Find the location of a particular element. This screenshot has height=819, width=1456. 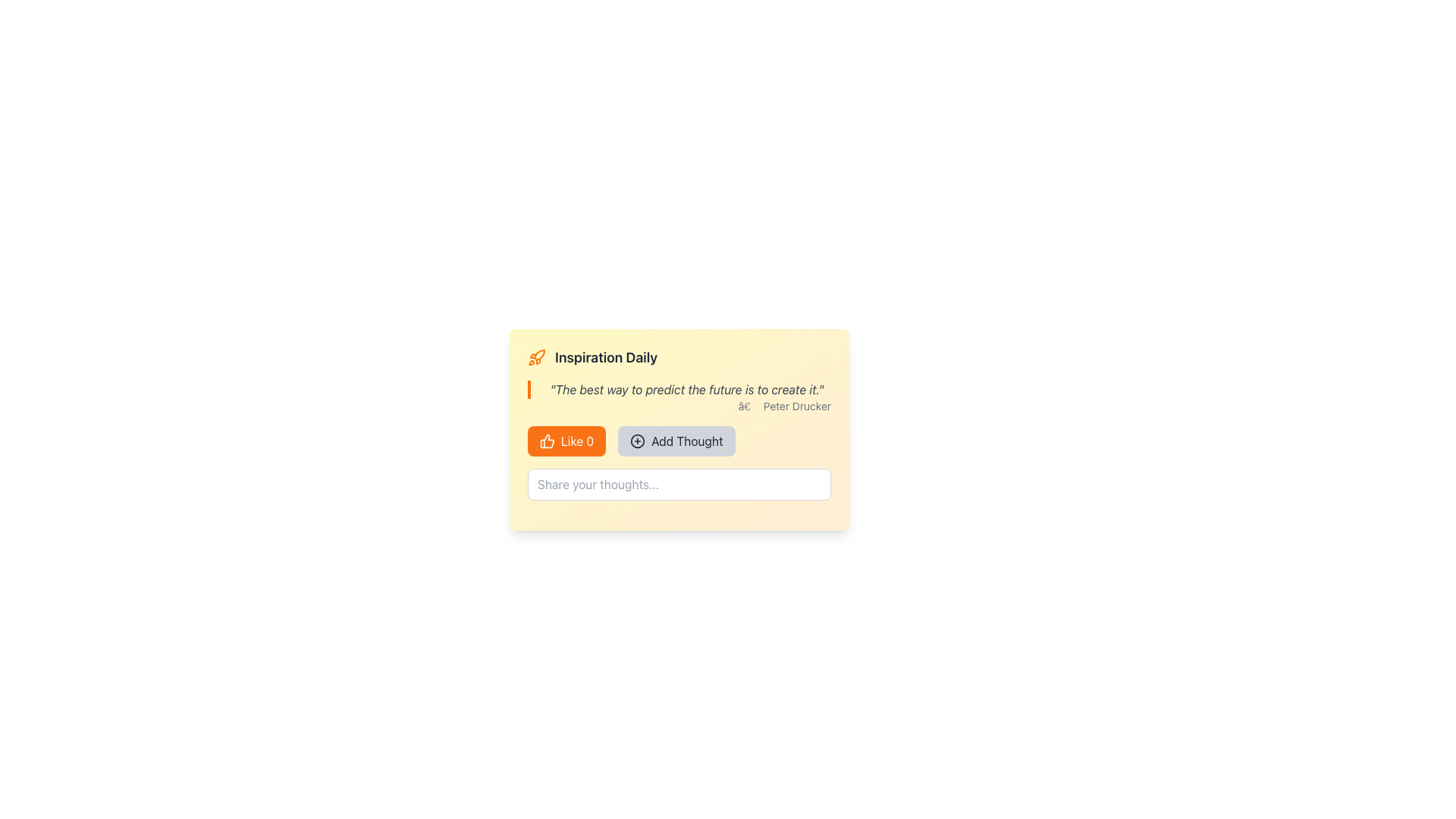

the motivational quotation display text block located between 'Inspiration Daily' and '— Peter Drucker' is located at coordinates (679, 388).